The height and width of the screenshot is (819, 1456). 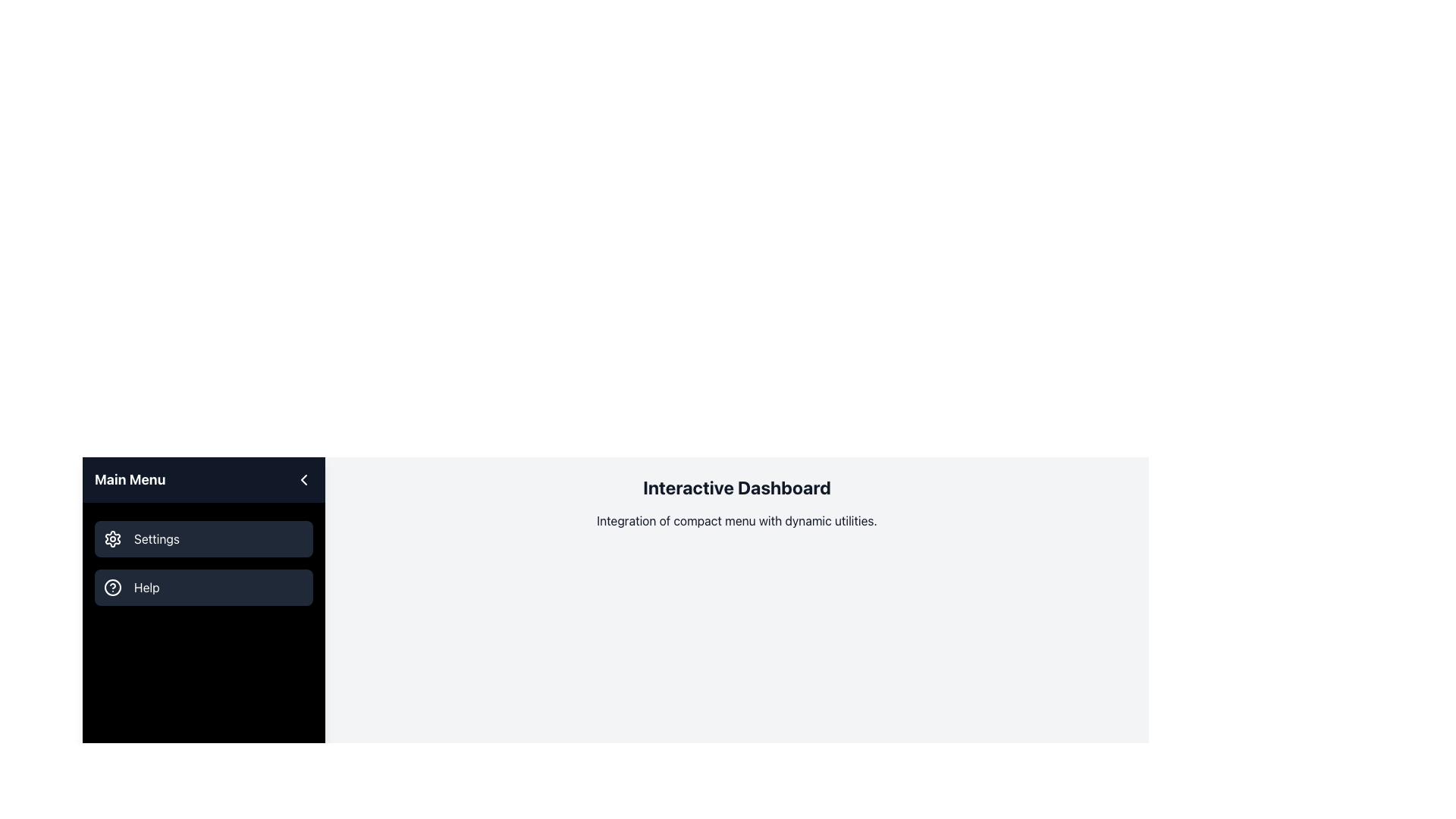 What do you see at coordinates (111, 538) in the screenshot?
I see `the gear-shaped settings icon located in the left sidebar of the interface, positioned to the left of the 'Settings' label in the 'Main Menu' section` at bounding box center [111, 538].